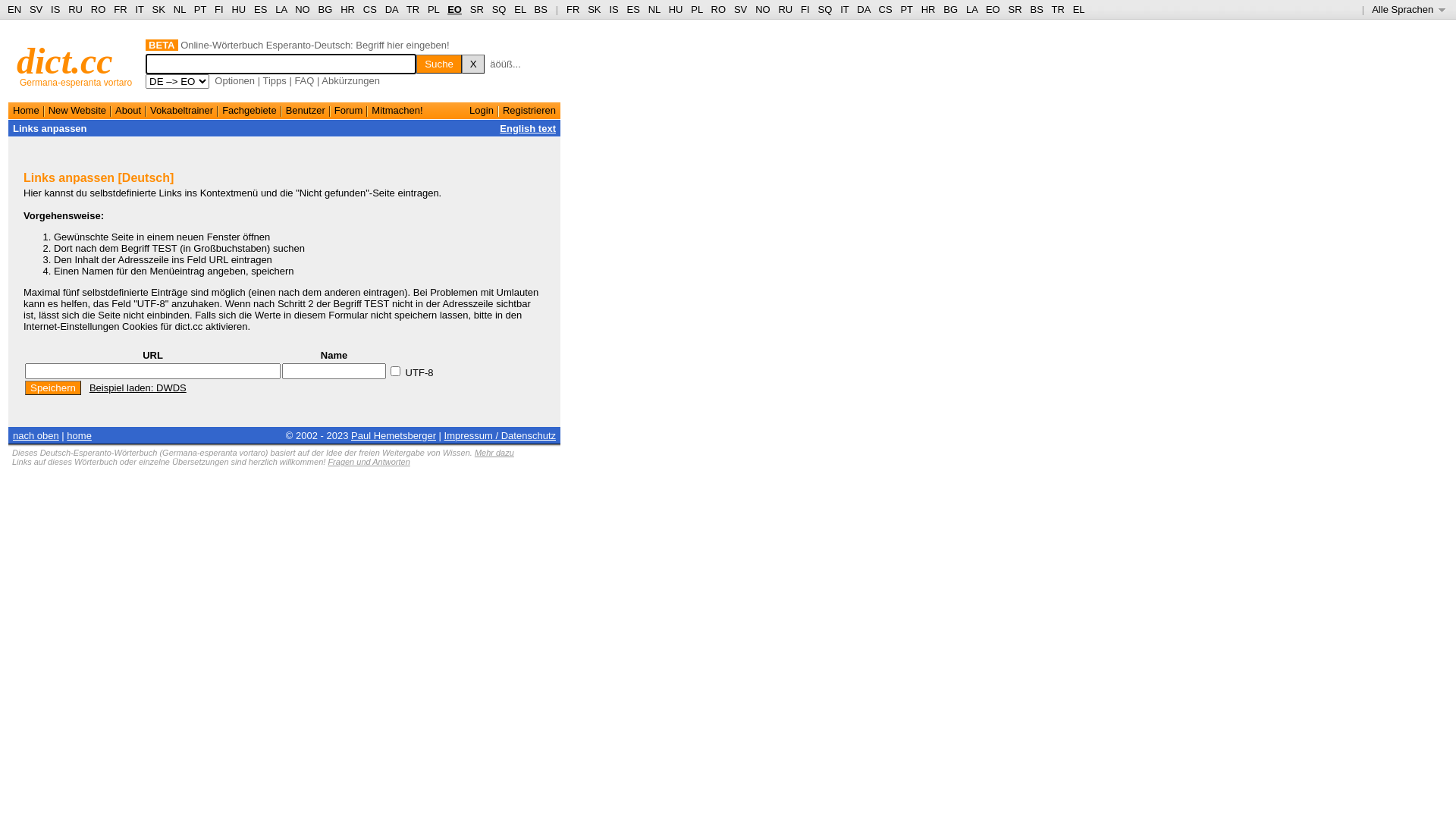 The width and height of the screenshot is (1456, 819). I want to click on 'RU', so click(785, 9).